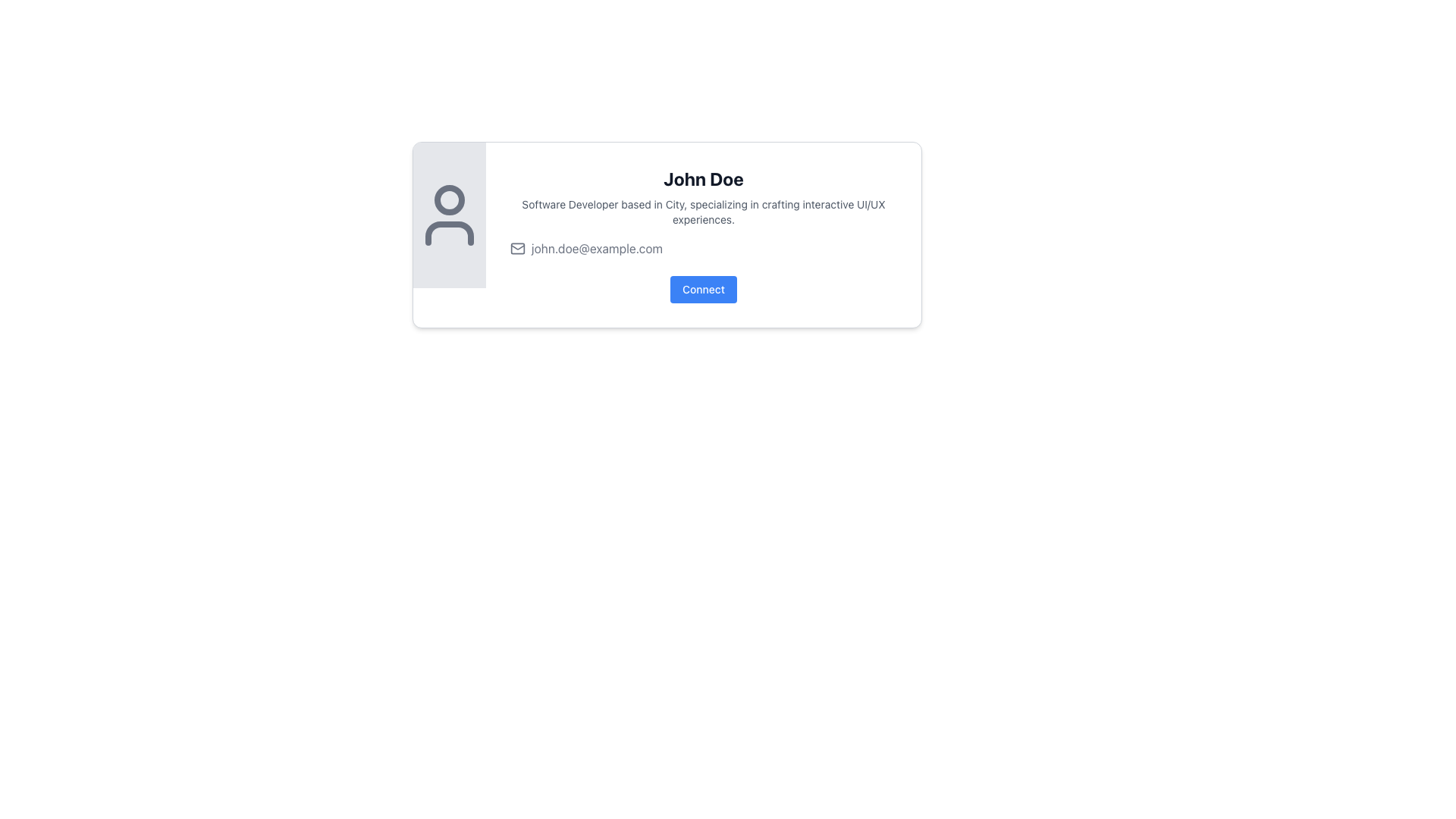 The width and height of the screenshot is (1456, 819). What do you see at coordinates (517, 246) in the screenshot?
I see `the mail icon's flap design, which is part of an SVG graphic indicating email functionality, located to the left of the email text 'john.doe@example.com'` at bounding box center [517, 246].